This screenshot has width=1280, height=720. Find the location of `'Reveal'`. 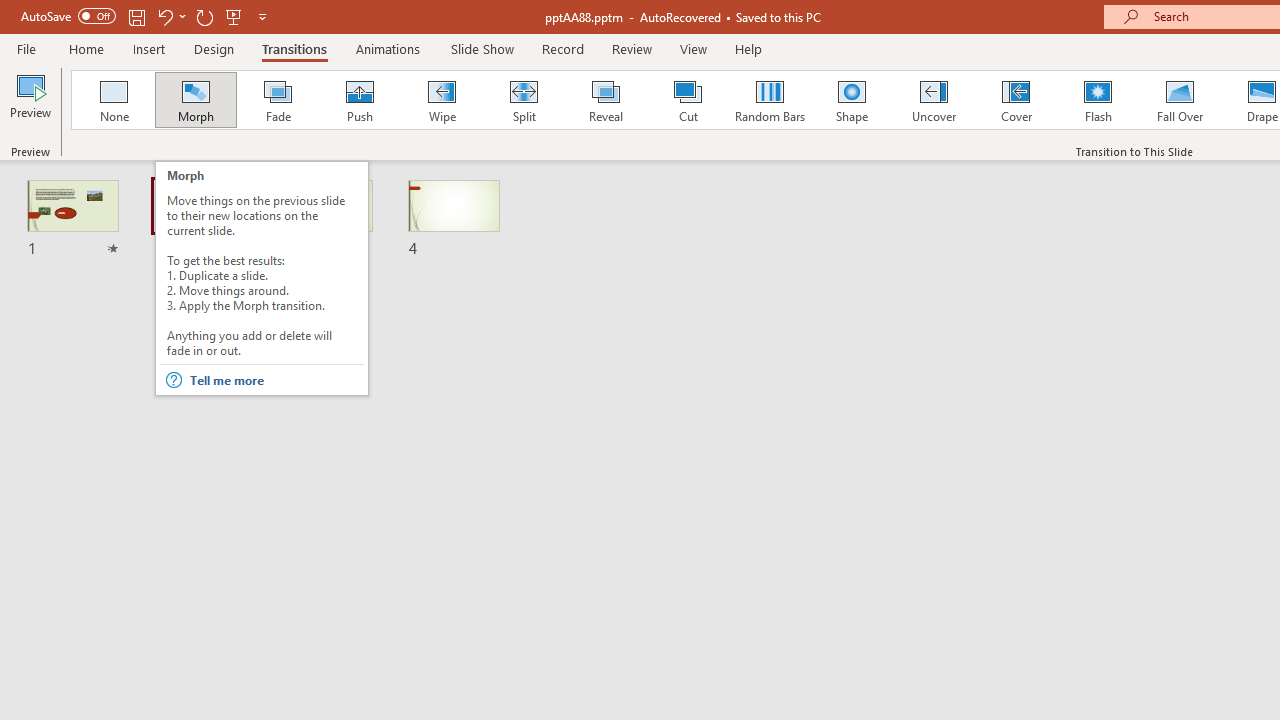

'Reveal' is located at coordinates (604, 100).